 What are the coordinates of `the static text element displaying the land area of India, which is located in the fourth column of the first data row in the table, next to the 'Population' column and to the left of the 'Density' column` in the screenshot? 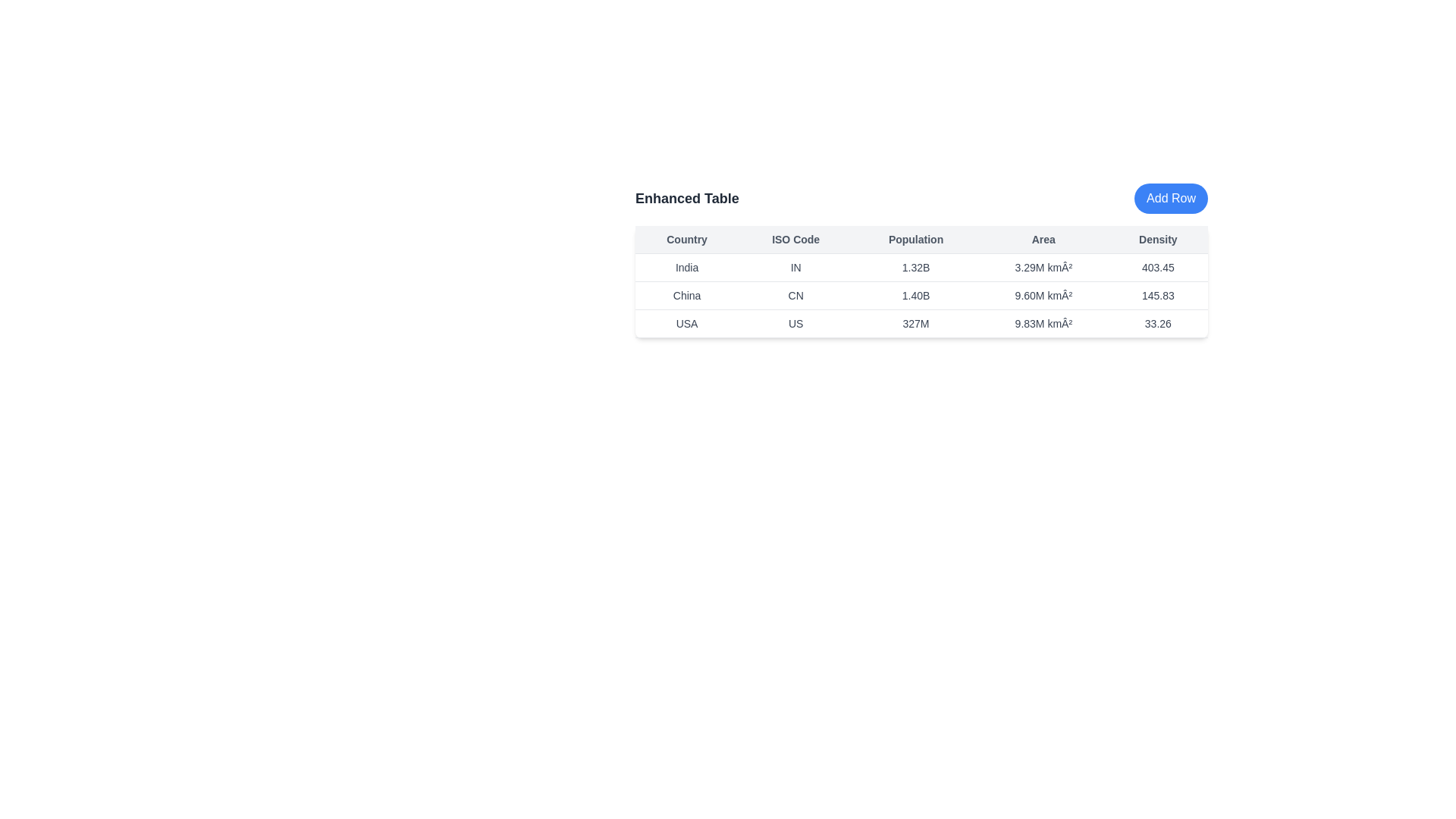 It's located at (1043, 267).